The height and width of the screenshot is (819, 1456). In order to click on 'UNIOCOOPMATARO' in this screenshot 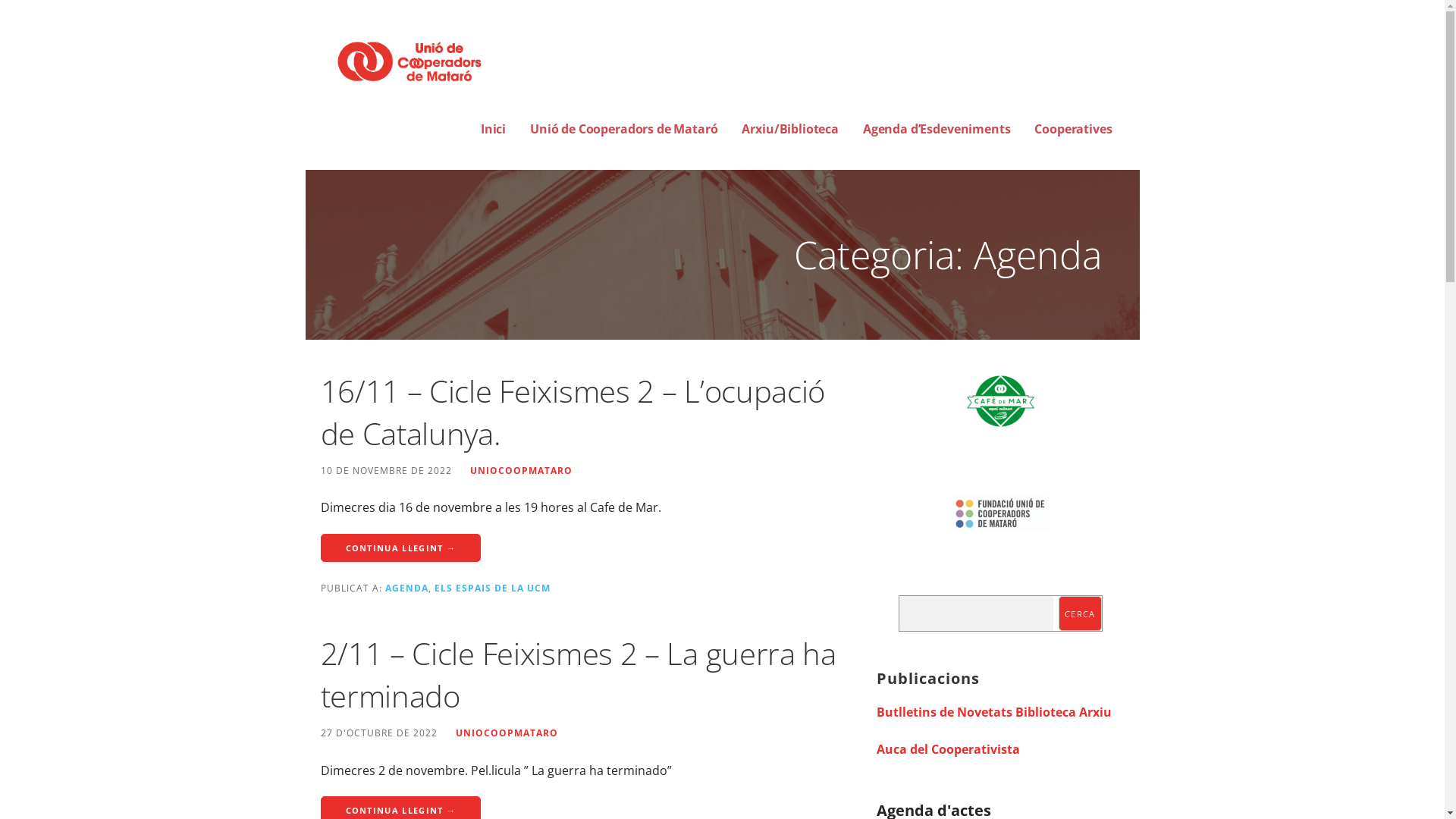, I will do `click(469, 469)`.